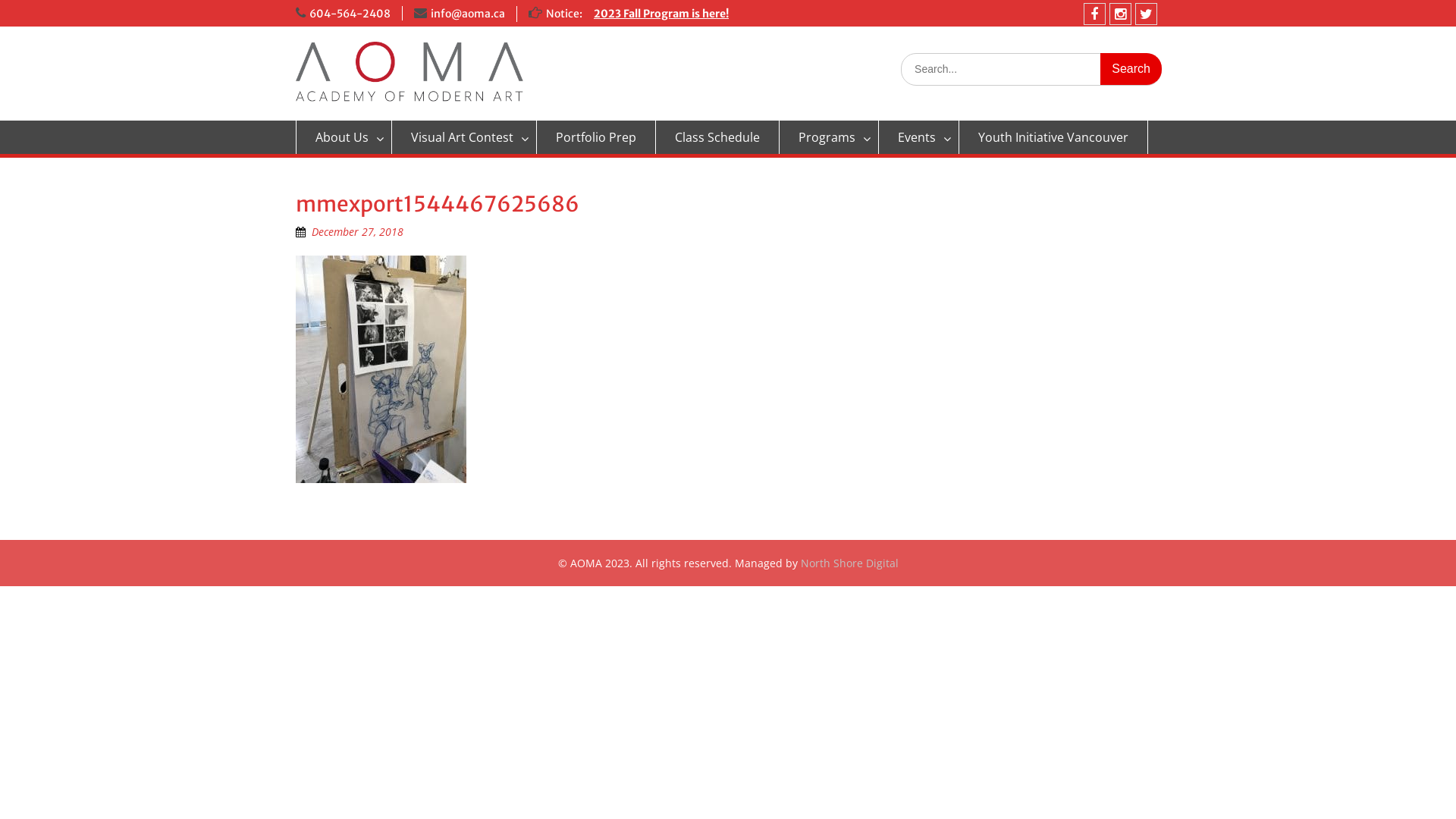  What do you see at coordinates (1109, 14) in the screenshot?
I see `'Instagram'` at bounding box center [1109, 14].